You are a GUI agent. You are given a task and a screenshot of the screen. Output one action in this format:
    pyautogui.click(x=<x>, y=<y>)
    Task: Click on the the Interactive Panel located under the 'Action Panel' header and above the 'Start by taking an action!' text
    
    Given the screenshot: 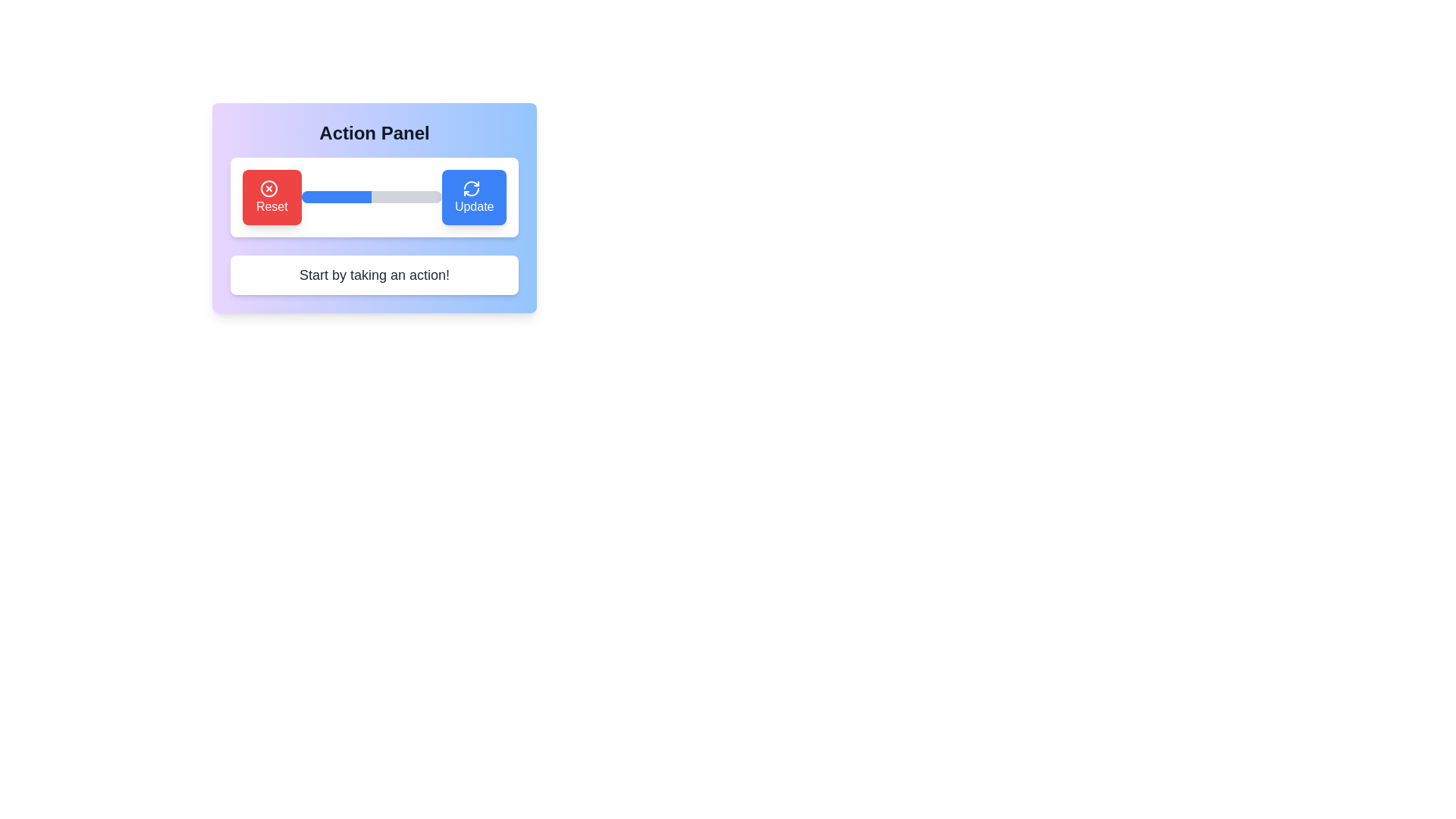 What is the action you would take?
    pyautogui.click(x=375, y=207)
    